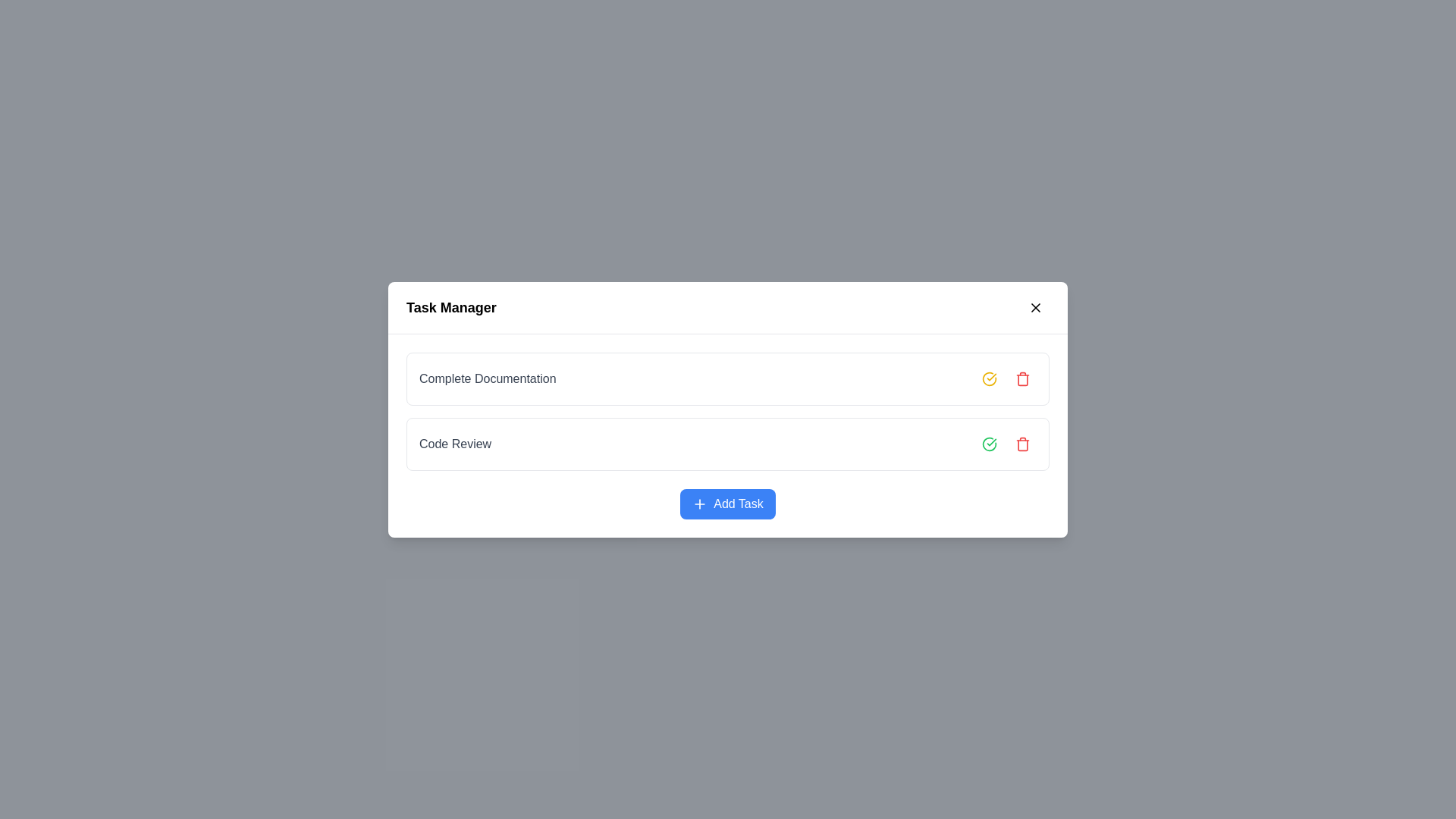 The width and height of the screenshot is (1456, 819). I want to click on the 'Add Task' button, which is a rectangular button with a blue background and white text featuring a plus icon, located in the 'Task Manager' interface, so click(728, 504).